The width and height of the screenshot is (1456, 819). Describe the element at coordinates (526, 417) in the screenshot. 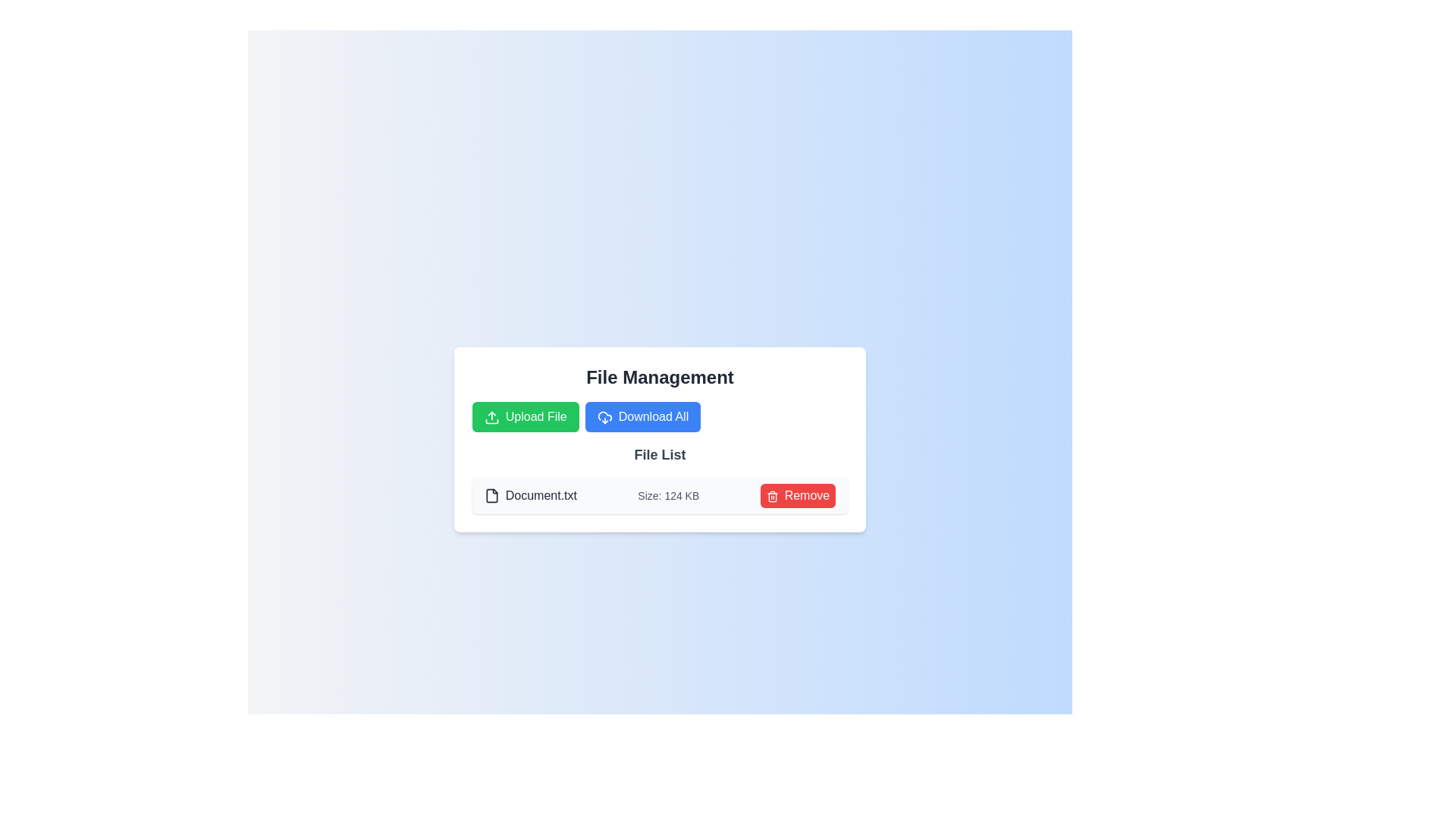

I see `the green 'Upload File' button with a white upload icon` at that location.